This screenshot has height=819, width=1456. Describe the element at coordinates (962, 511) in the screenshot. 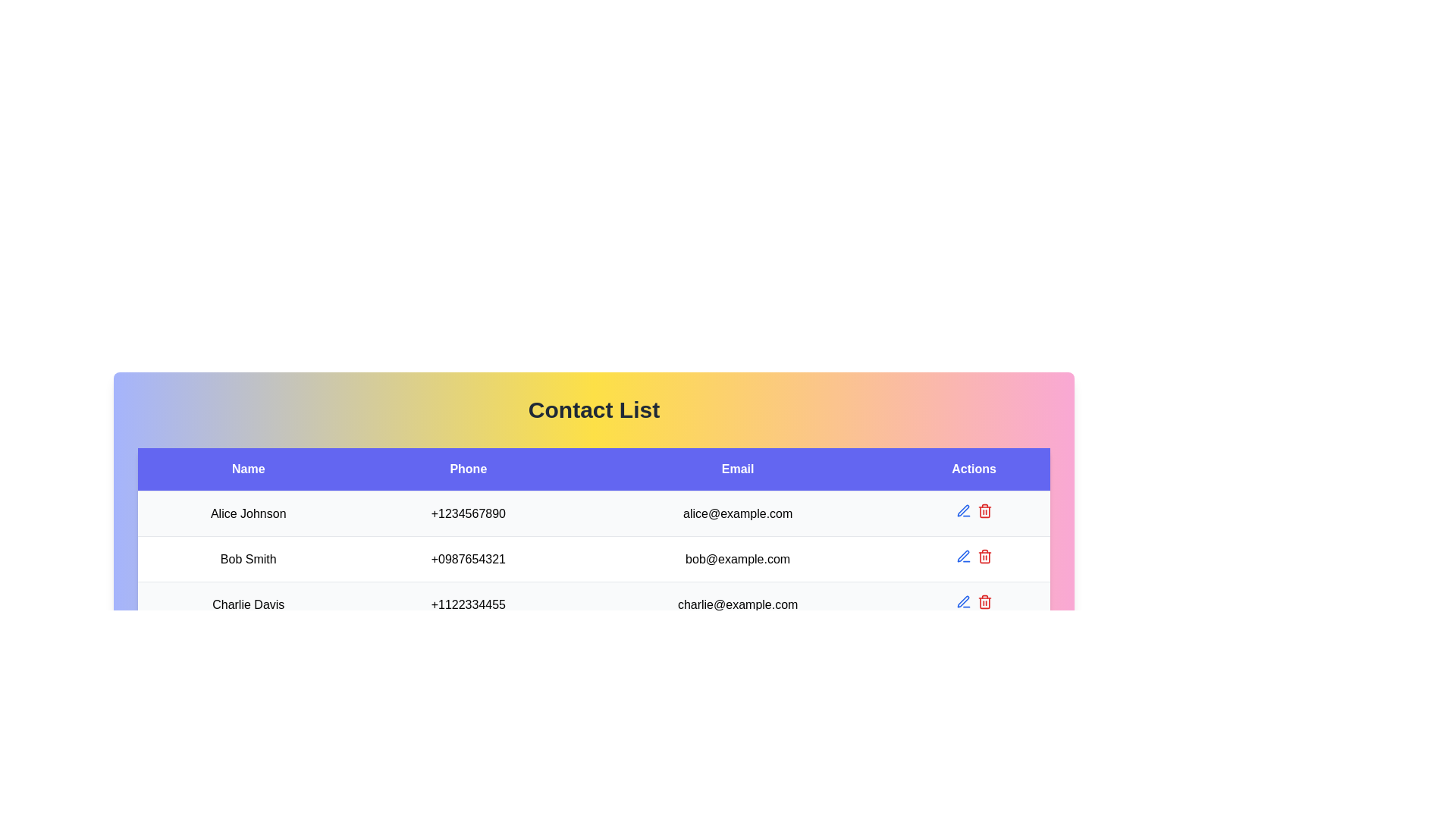

I see `the blue pen-like icon button in the 'Actions' column of the first row of the contact list` at that location.